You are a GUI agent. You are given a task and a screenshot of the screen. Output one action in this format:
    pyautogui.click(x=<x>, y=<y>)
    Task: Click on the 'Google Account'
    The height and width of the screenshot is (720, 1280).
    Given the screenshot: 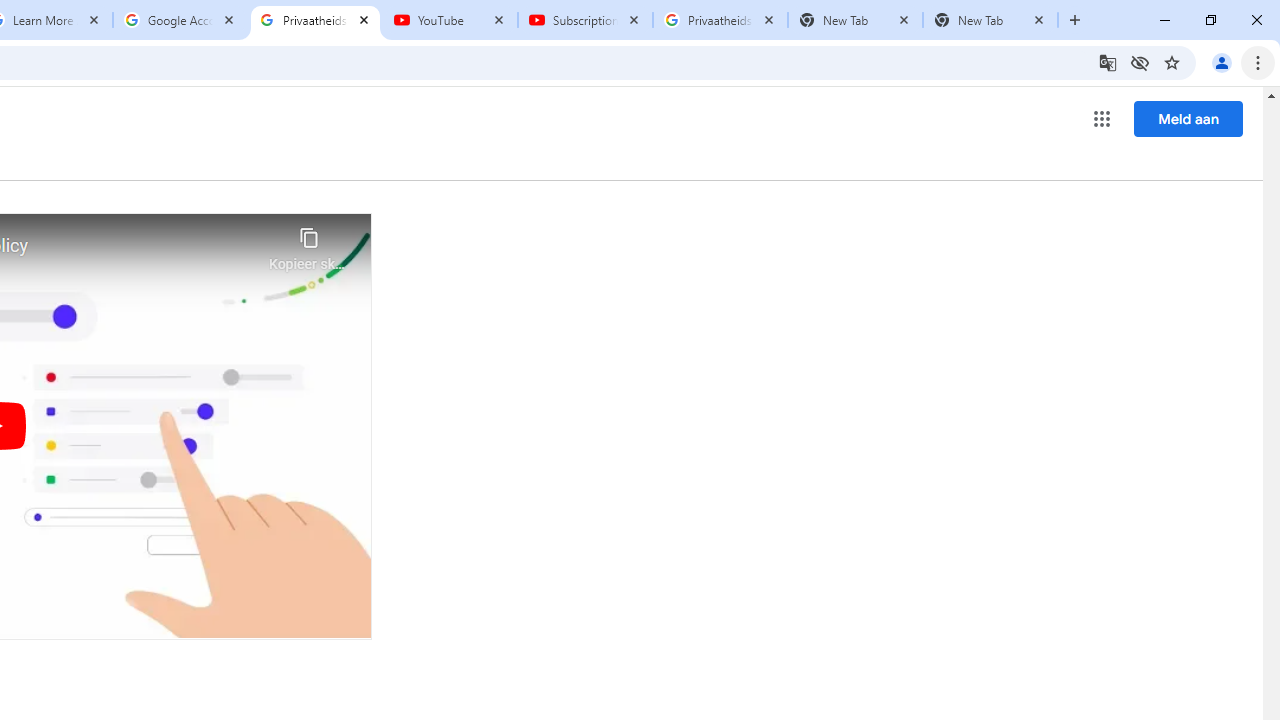 What is the action you would take?
    pyautogui.click(x=180, y=20)
    